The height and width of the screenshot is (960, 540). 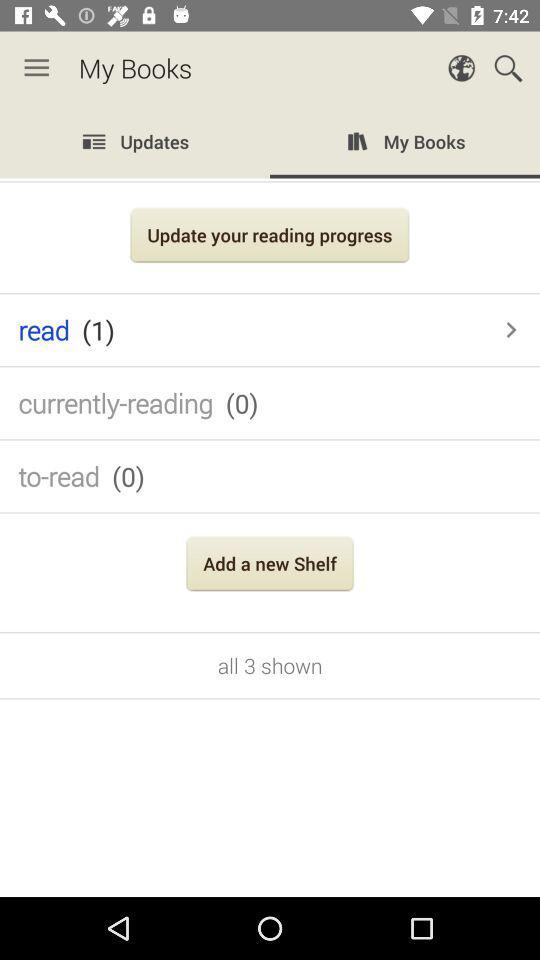 What do you see at coordinates (269, 237) in the screenshot?
I see `the update your reading item` at bounding box center [269, 237].